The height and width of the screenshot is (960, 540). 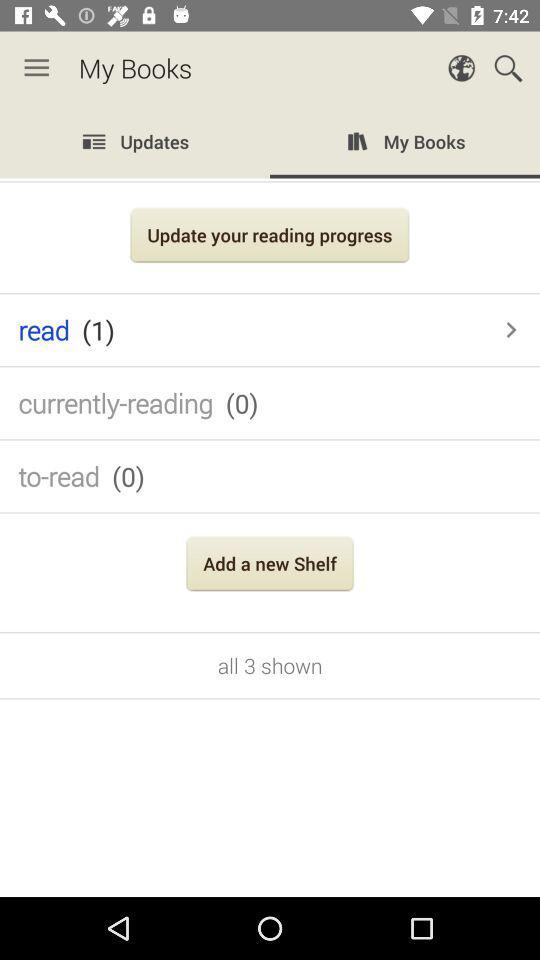 What do you see at coordinates (269, 237) in the screenshot?
I see `the update your reading item` at bounding box center [269, 237].